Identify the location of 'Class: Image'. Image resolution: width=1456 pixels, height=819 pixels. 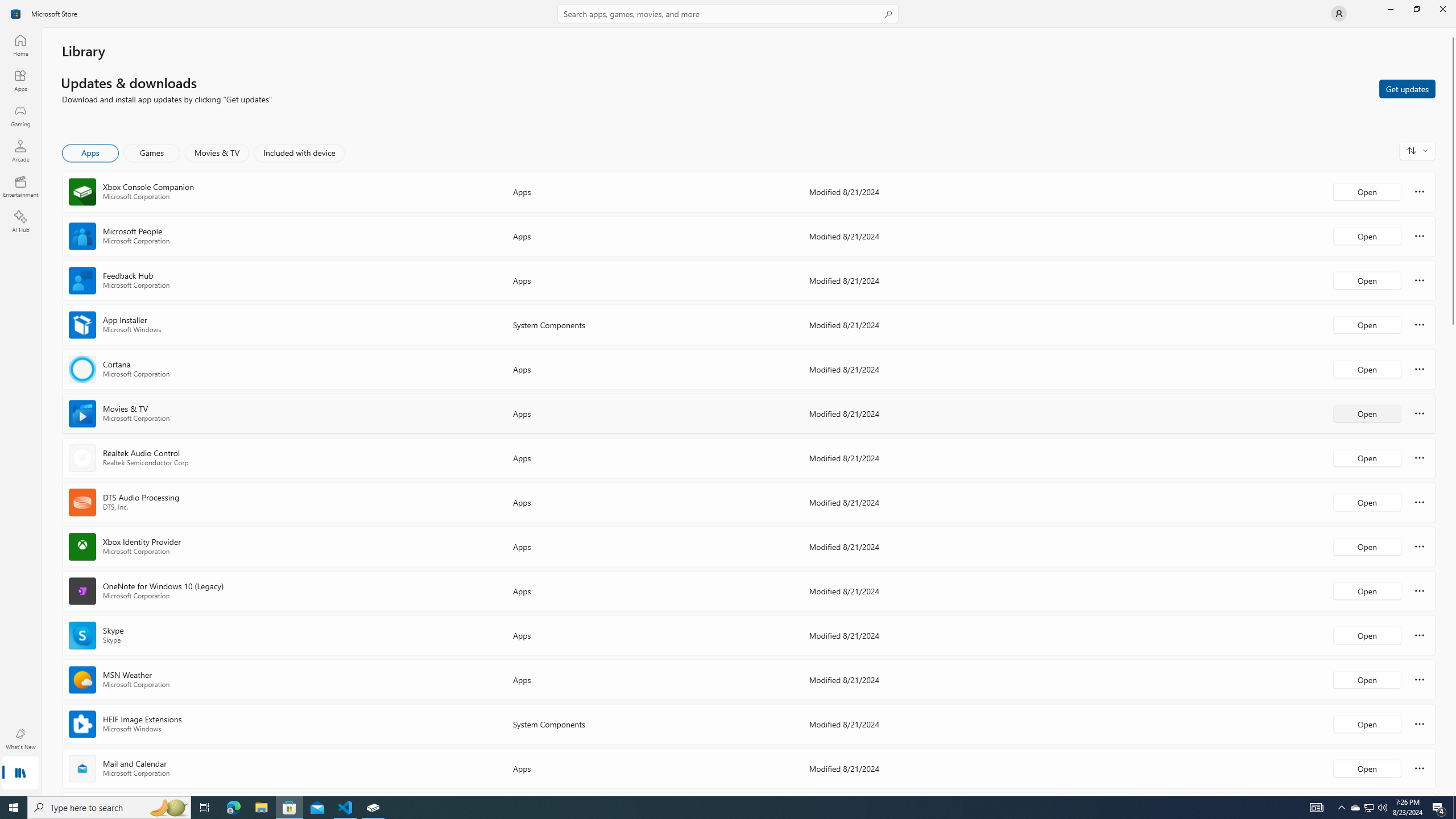
(16, 13).